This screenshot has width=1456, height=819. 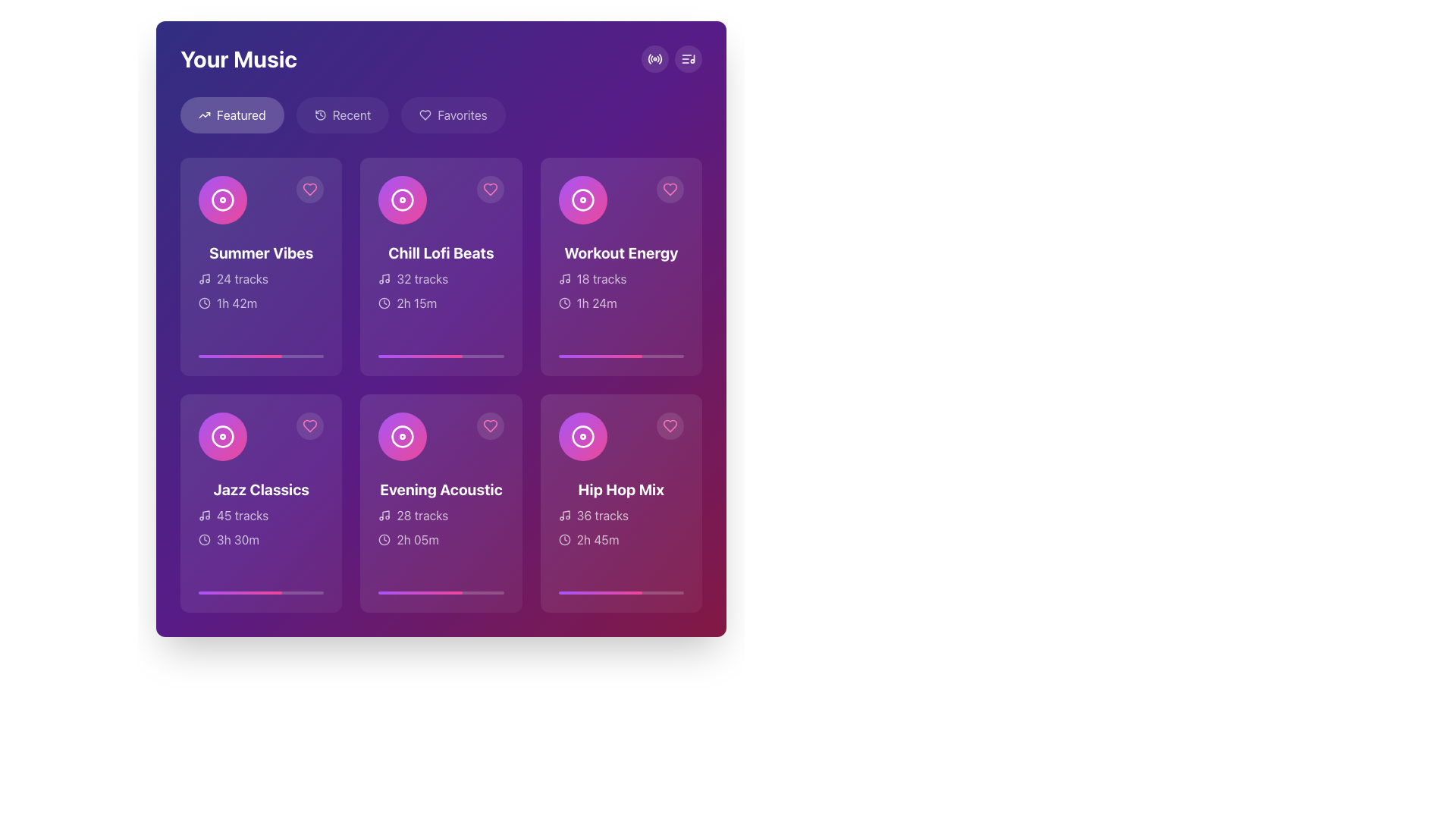 I want to click on the 'Hip Hop Mix' interactive card located at the lower right corner of the grid layout, so click(x=621, y=503).